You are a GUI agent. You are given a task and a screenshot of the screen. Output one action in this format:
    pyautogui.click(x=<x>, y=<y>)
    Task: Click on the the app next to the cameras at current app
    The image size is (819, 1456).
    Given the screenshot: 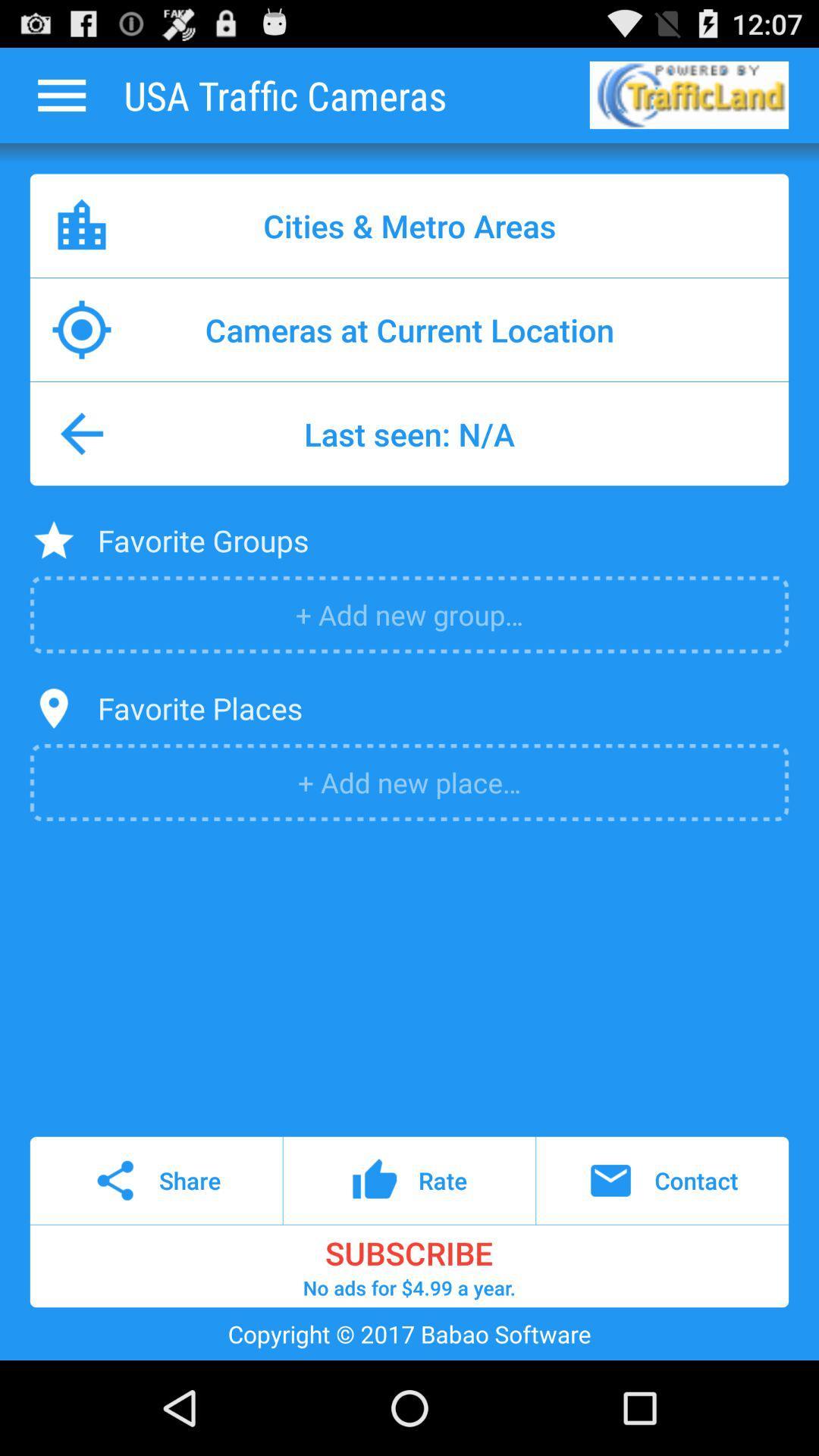 What is the action you would take?
    pyautogui.click(x=82, y=329)
    